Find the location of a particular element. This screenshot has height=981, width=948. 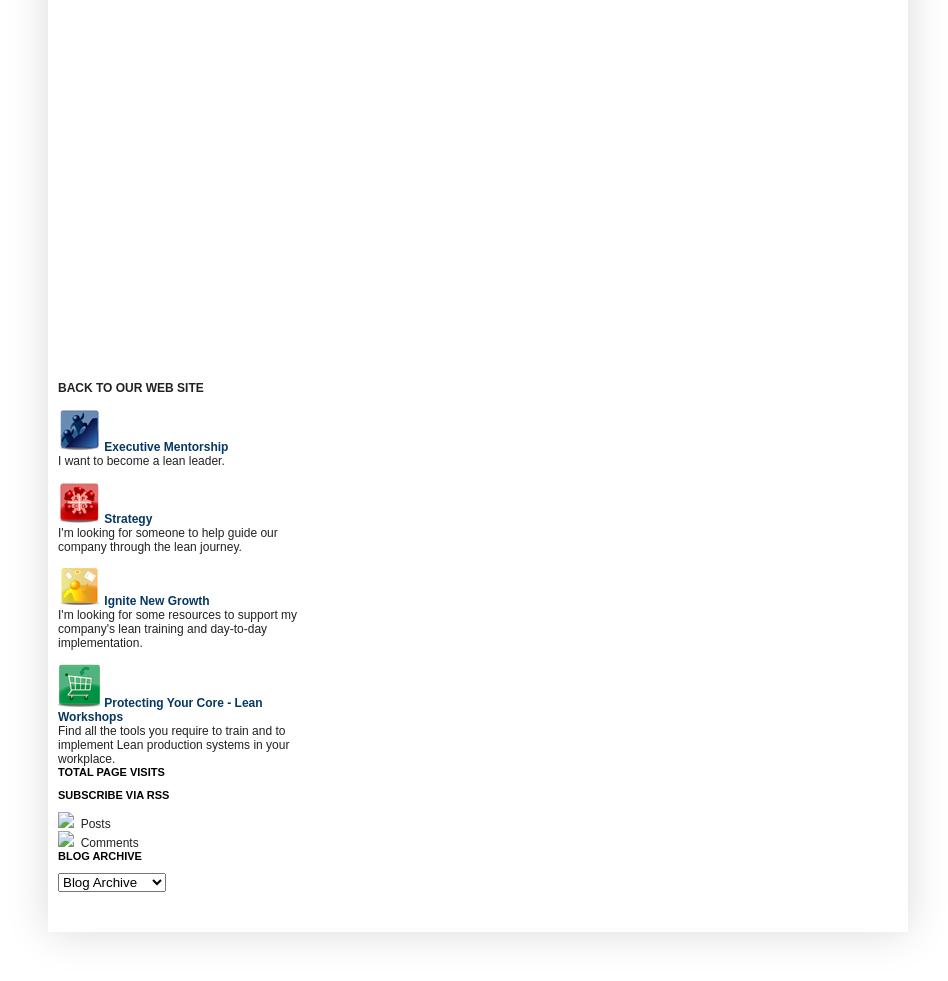

'Protecting Your Core - Lean Workshops' is located at coordinates (159, 710).